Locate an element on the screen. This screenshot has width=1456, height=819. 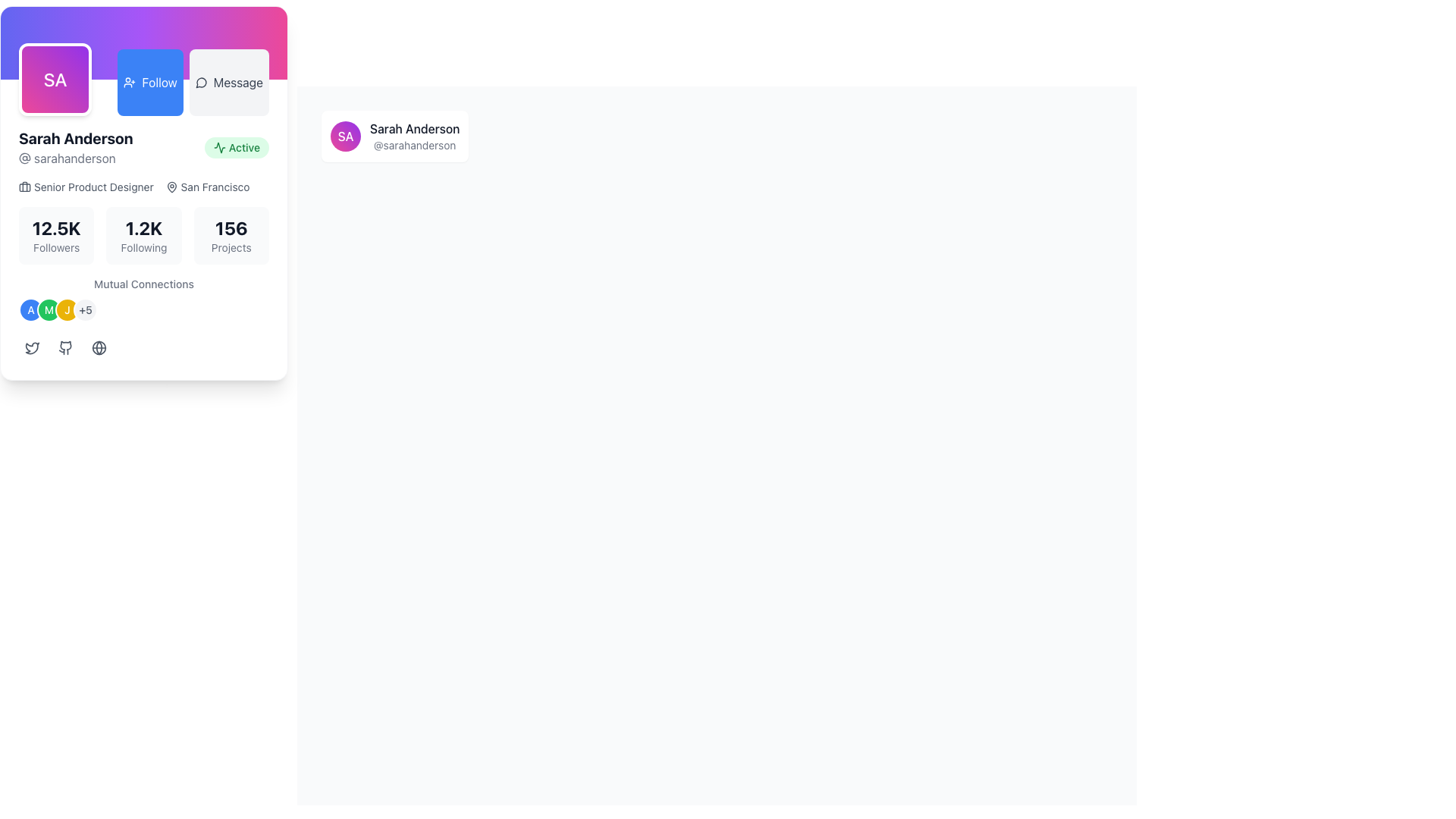
'Mutual Connections' title in the Grouped avatar display section, which is located within the profile card layout, just above social media links is located at coordinates (144, 299).